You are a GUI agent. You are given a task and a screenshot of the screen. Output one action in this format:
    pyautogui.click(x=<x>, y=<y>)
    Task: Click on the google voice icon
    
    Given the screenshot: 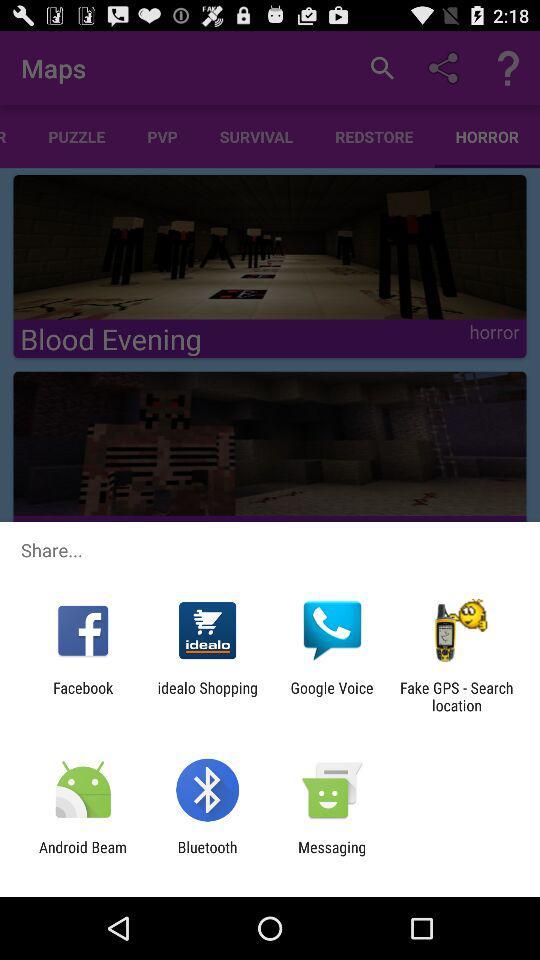 What is the action you would take?
    pyautogui.click(x=332, y=696)
    